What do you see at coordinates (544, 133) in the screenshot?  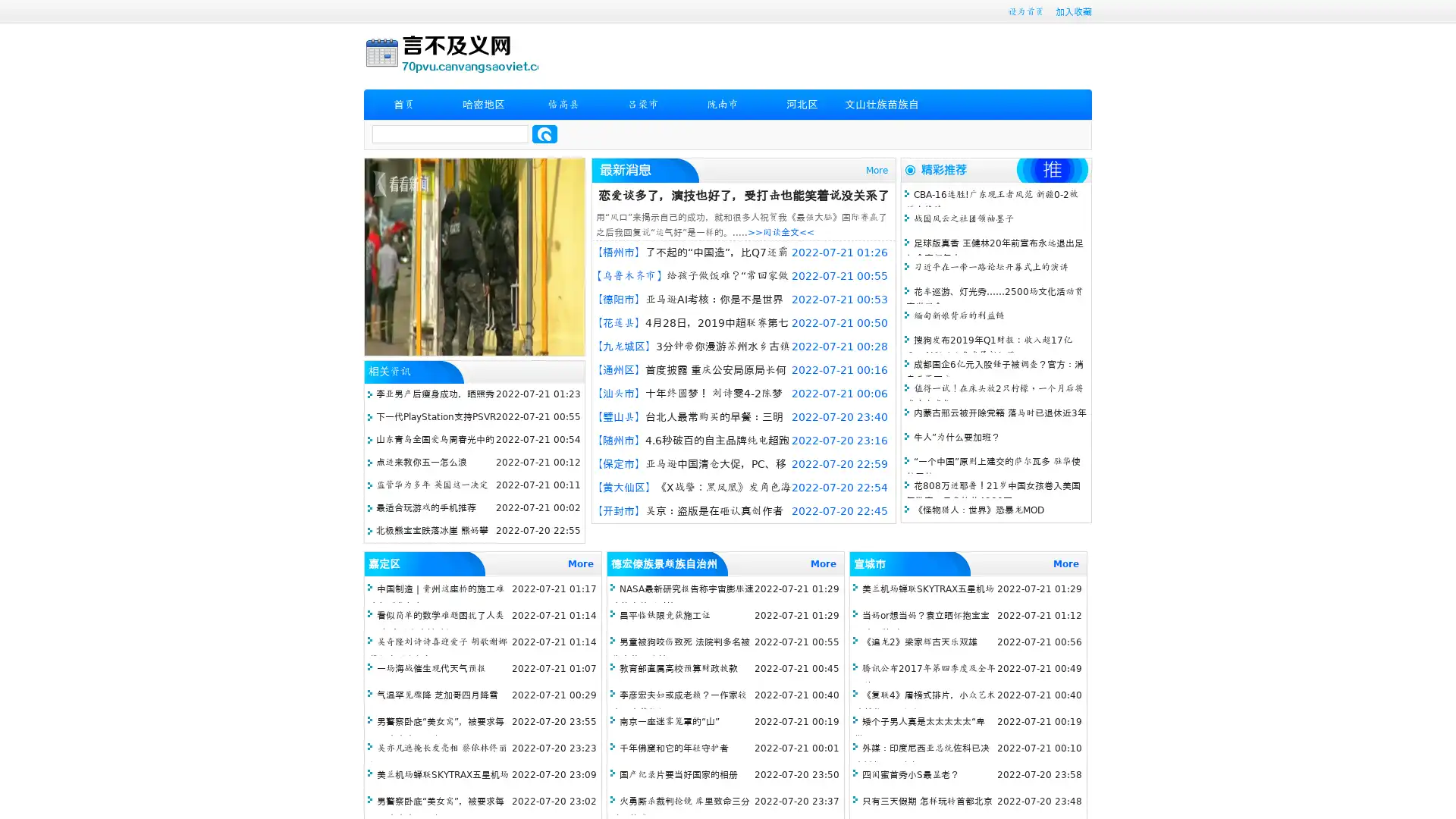 I see `Search` at bounding box center [544, 133].